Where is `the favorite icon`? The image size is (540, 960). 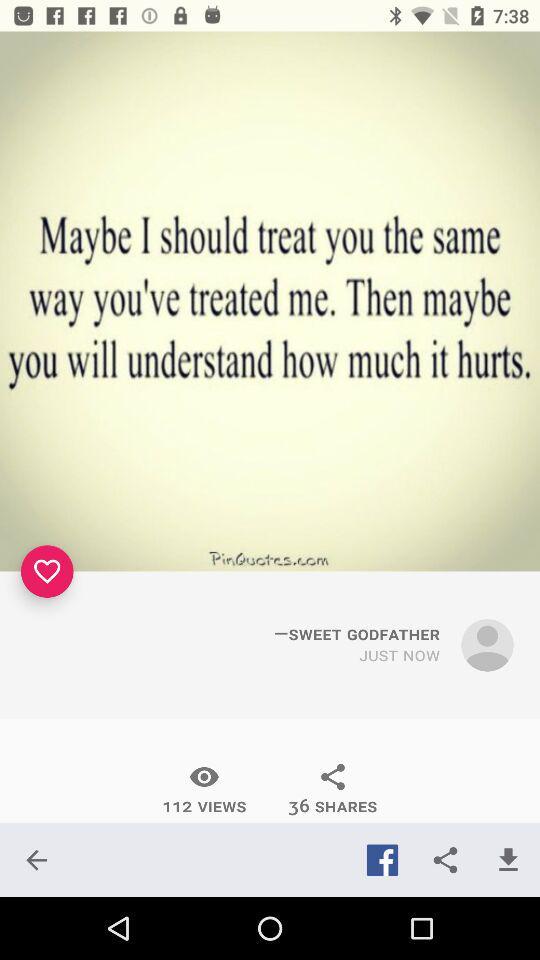
the favorite icon is located at coordinates (47, 571).